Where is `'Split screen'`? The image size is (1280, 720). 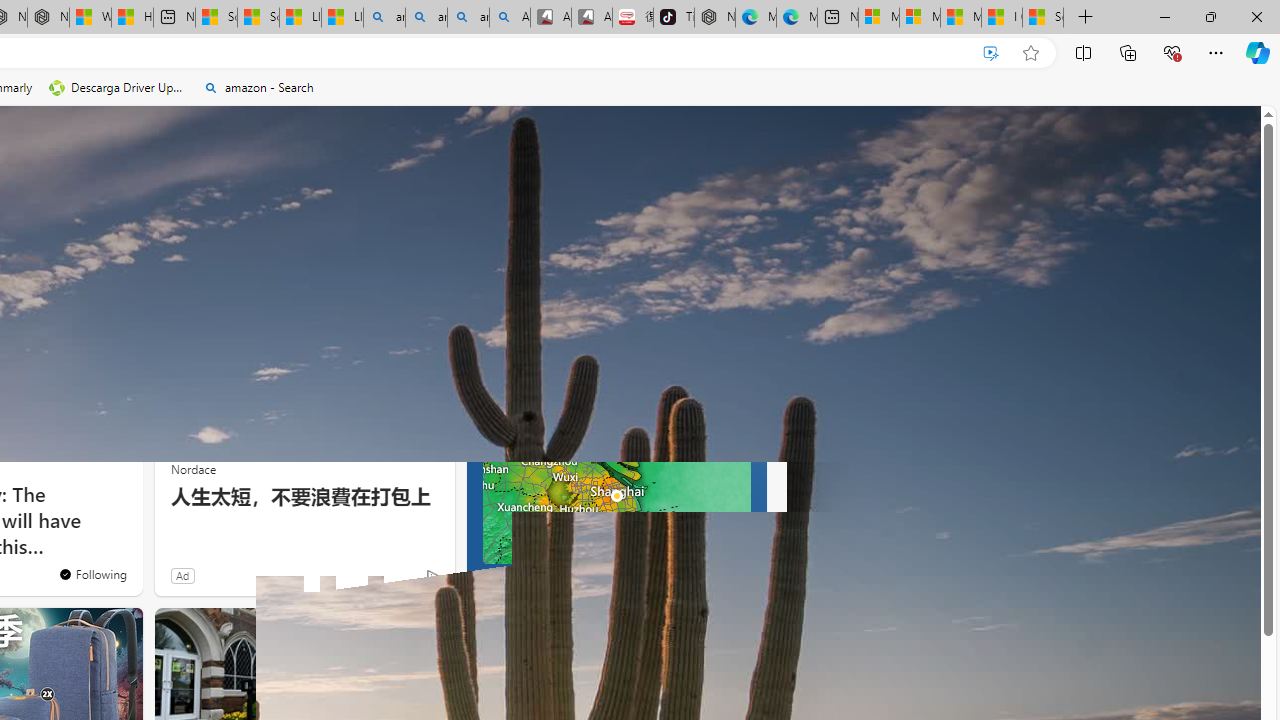 'Split screen' is located at coordinates (1082, 51).